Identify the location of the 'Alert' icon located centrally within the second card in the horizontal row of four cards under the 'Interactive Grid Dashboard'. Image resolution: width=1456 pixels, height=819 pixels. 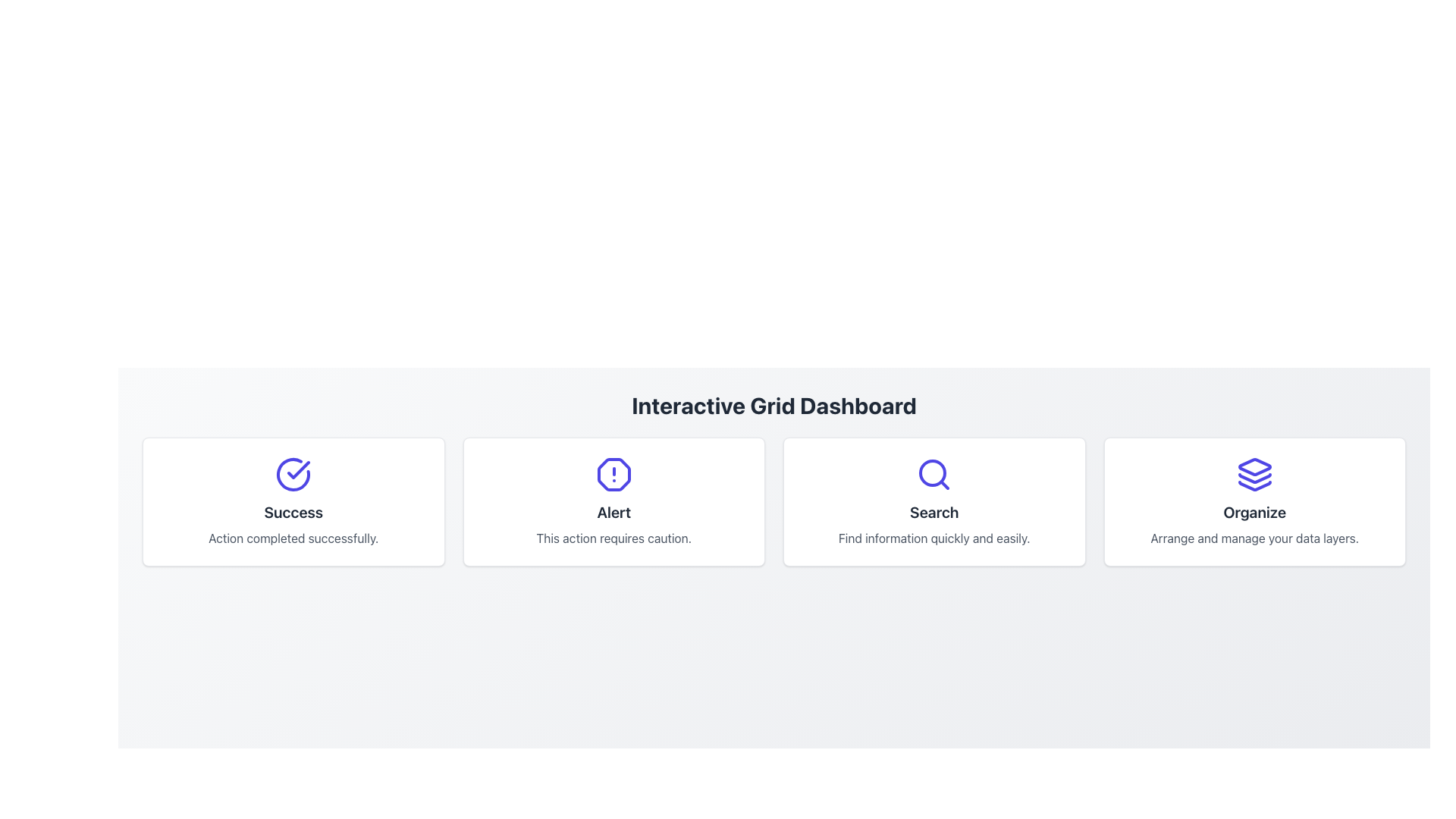
(613, 473).